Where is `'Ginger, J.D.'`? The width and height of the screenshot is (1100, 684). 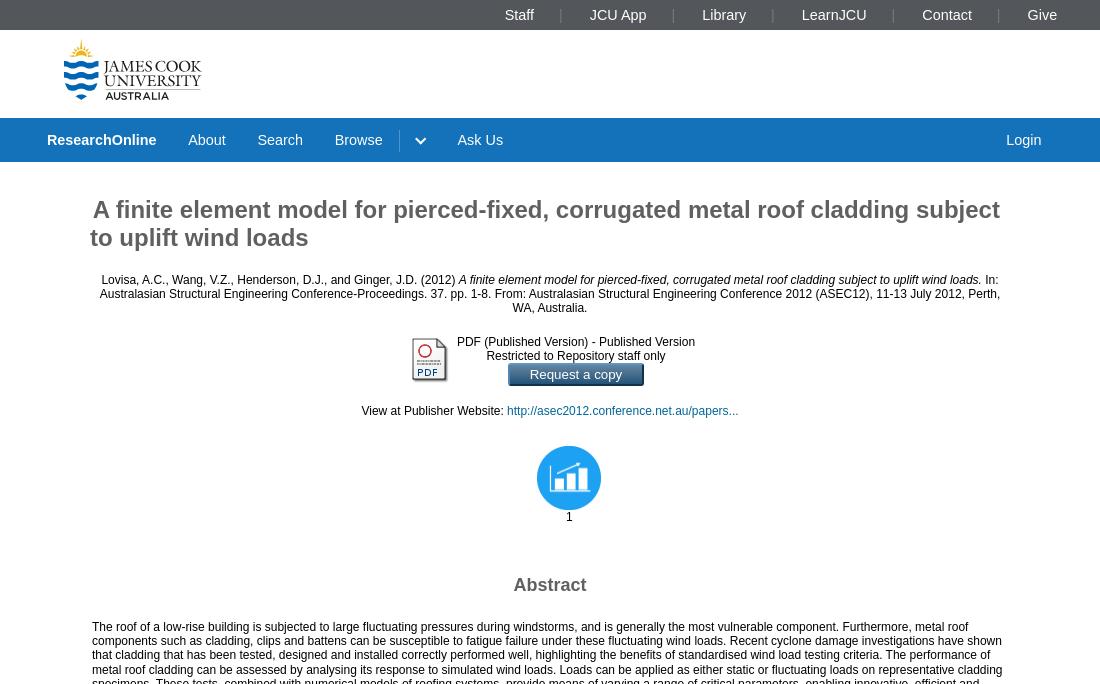
'Ginger, J.D.' is located at coordinates (385, 279).